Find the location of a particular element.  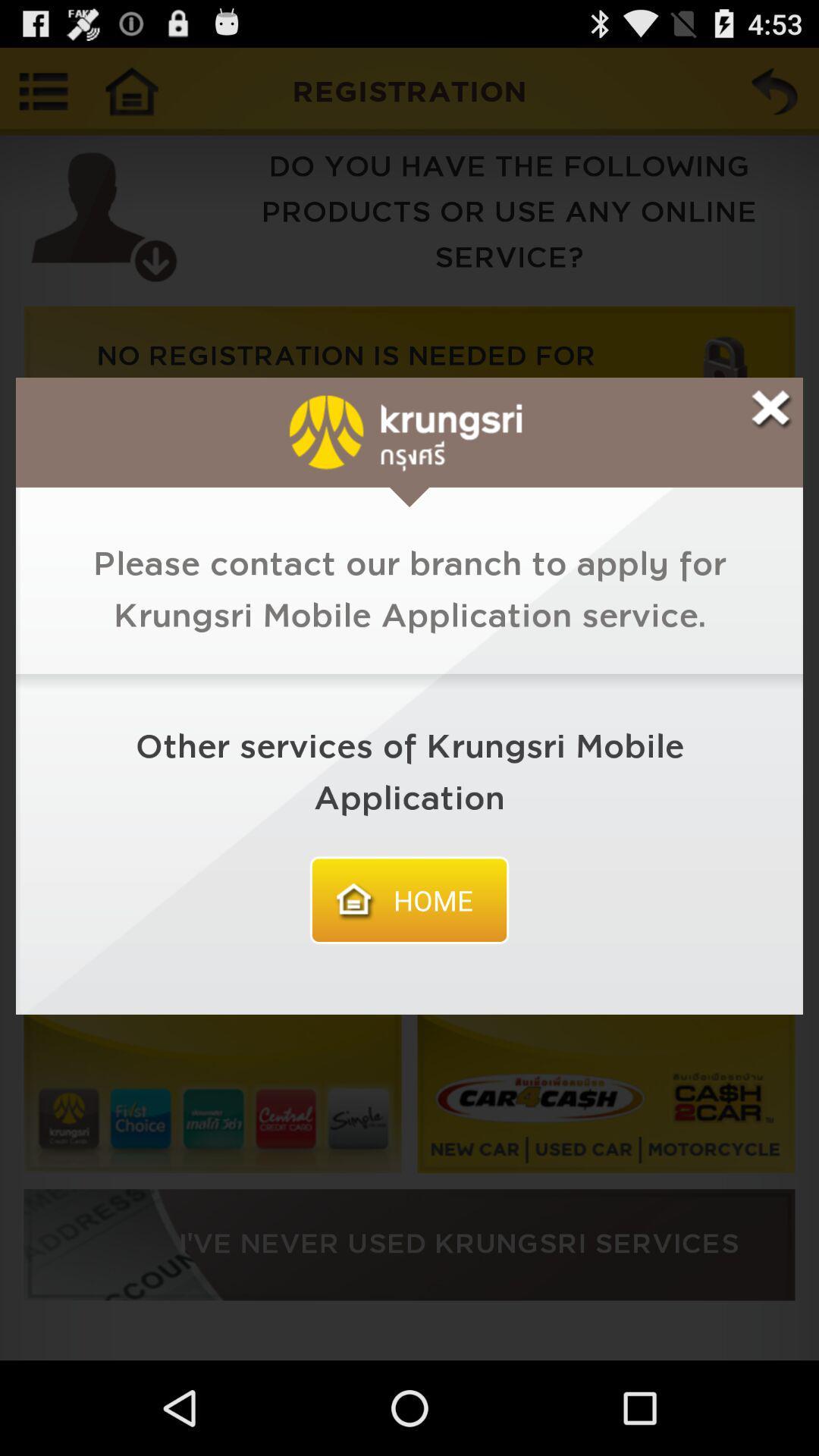

the close icon is located at coordinates (771, 437).